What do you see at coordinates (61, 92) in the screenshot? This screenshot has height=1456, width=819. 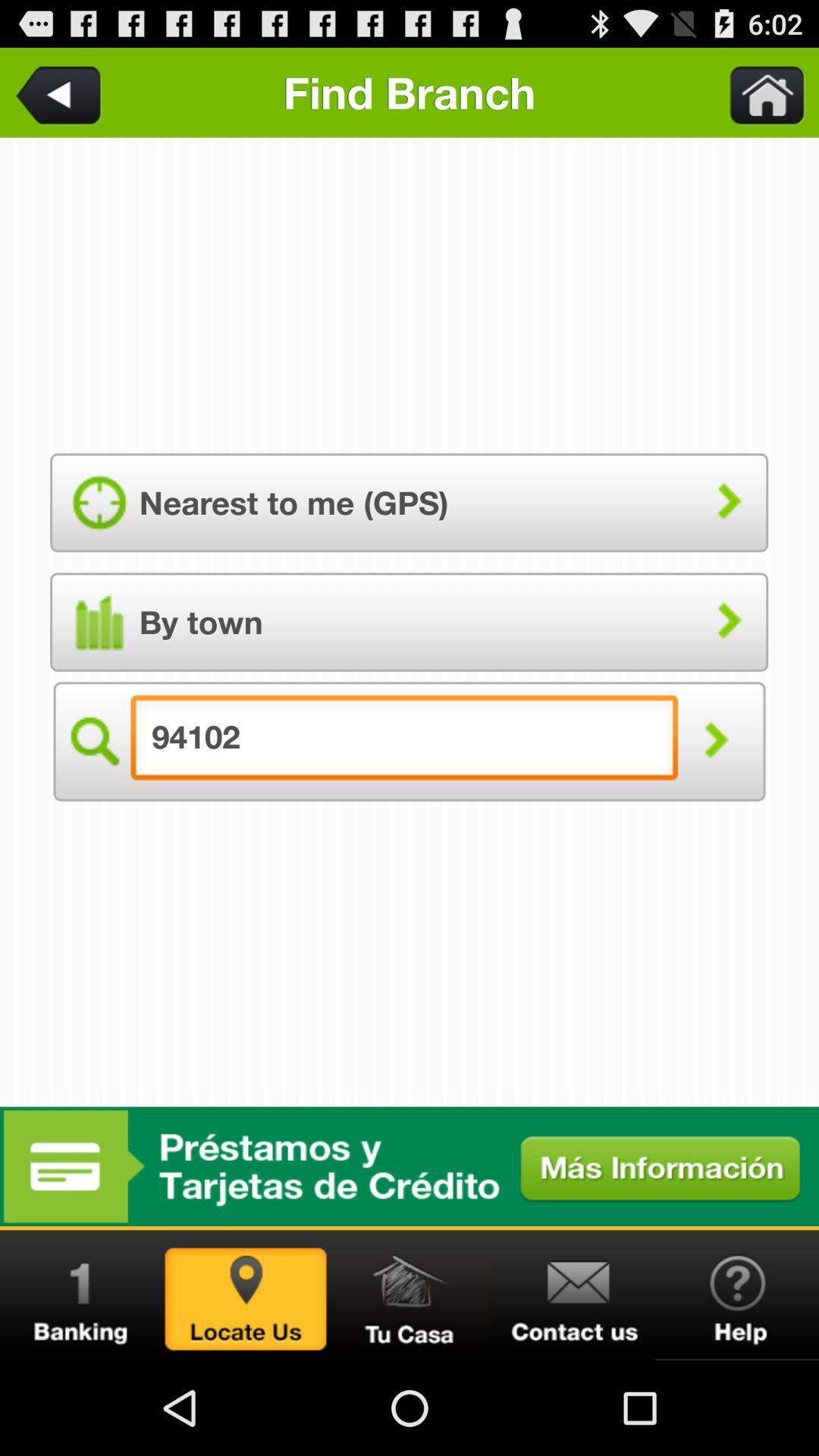 I see `area code` at bounding box center [61, 92].